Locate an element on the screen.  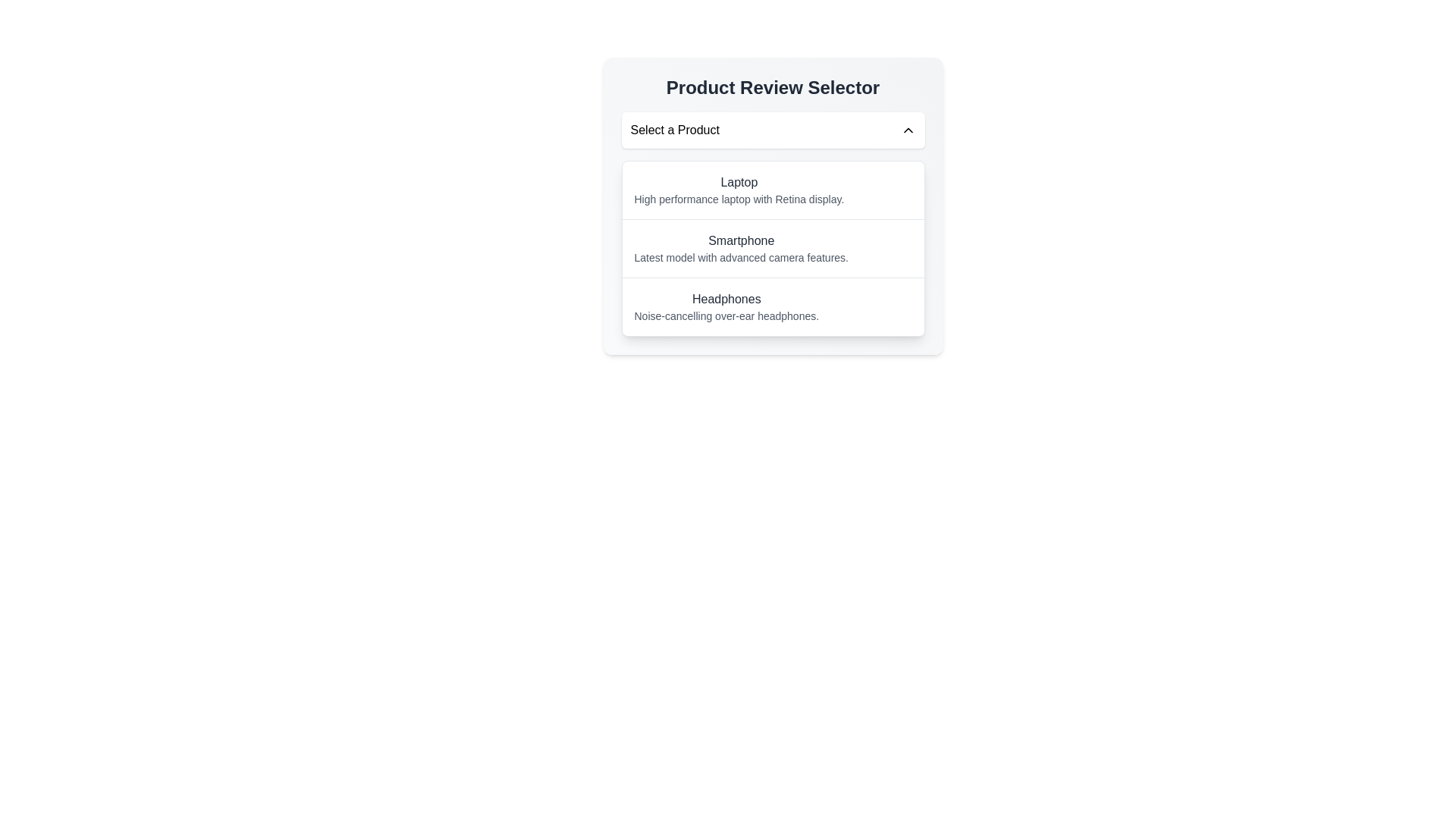
the descriptive label text element located below the 'Headphones' heading in the product selection dropdown, which provides additional information for the 'Headphones' option is located at coordinates (726, 315).